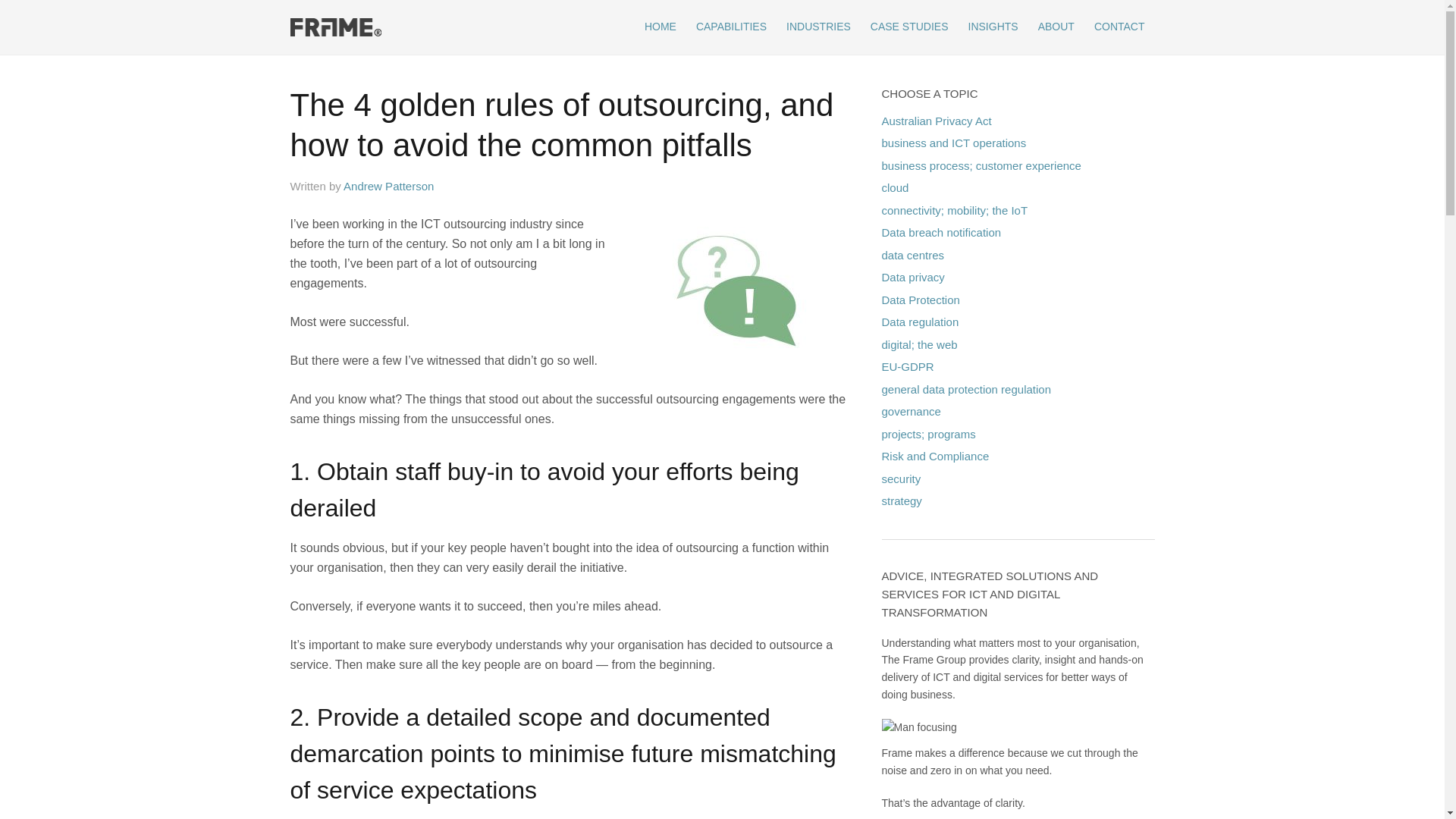 Image resolution: width=1456 pixels, height=819 pixels. What do you see at coordinates (634, 26) in the screenshot?
I see `'HOME'` at bounding box center [634, 26].